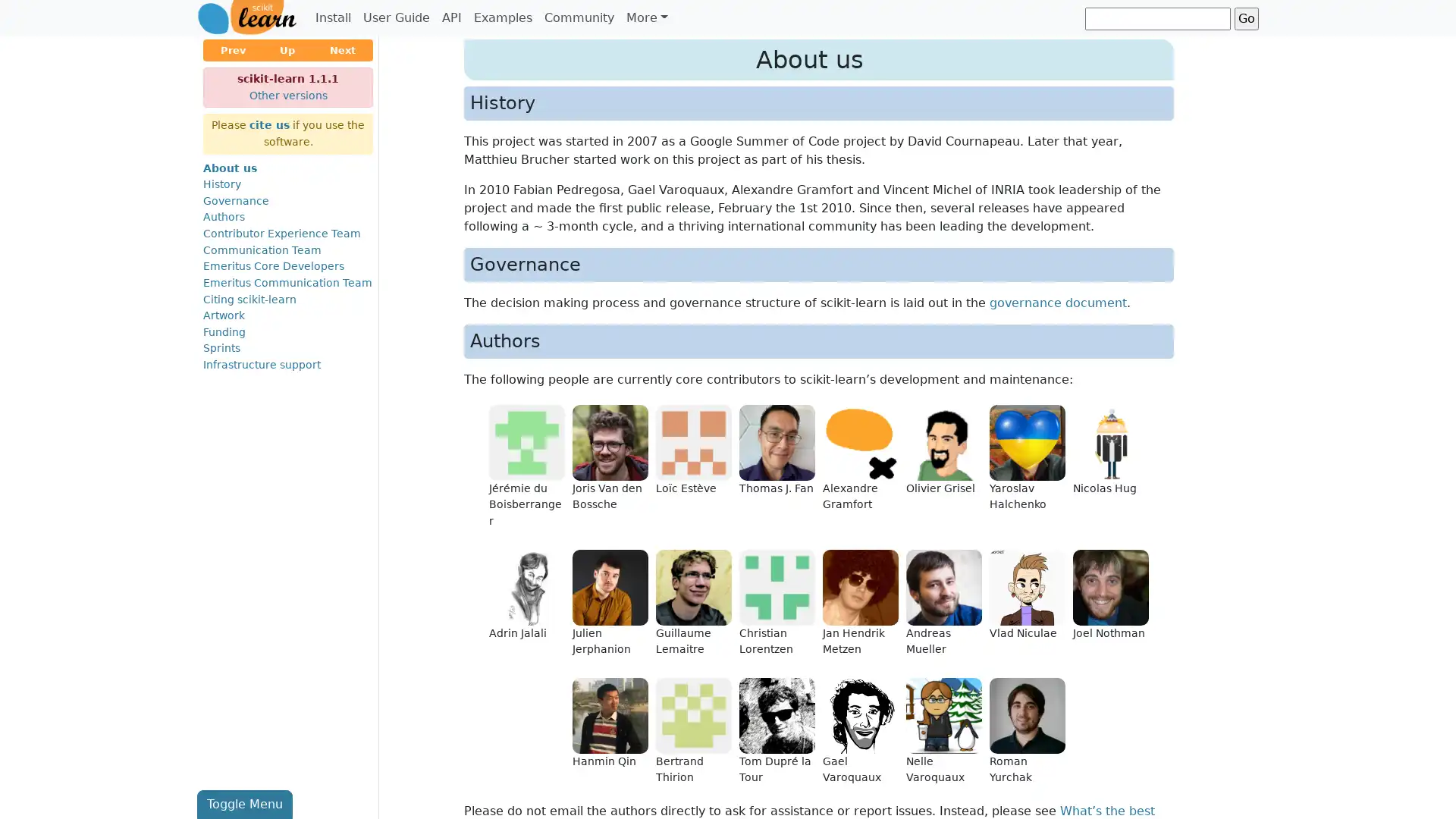 The width and height of the screenshot is (1456, 819). What do you see at coordinates (1246, 17) in the screenshot?
I see `Go` at bounding box center [1246, 17].